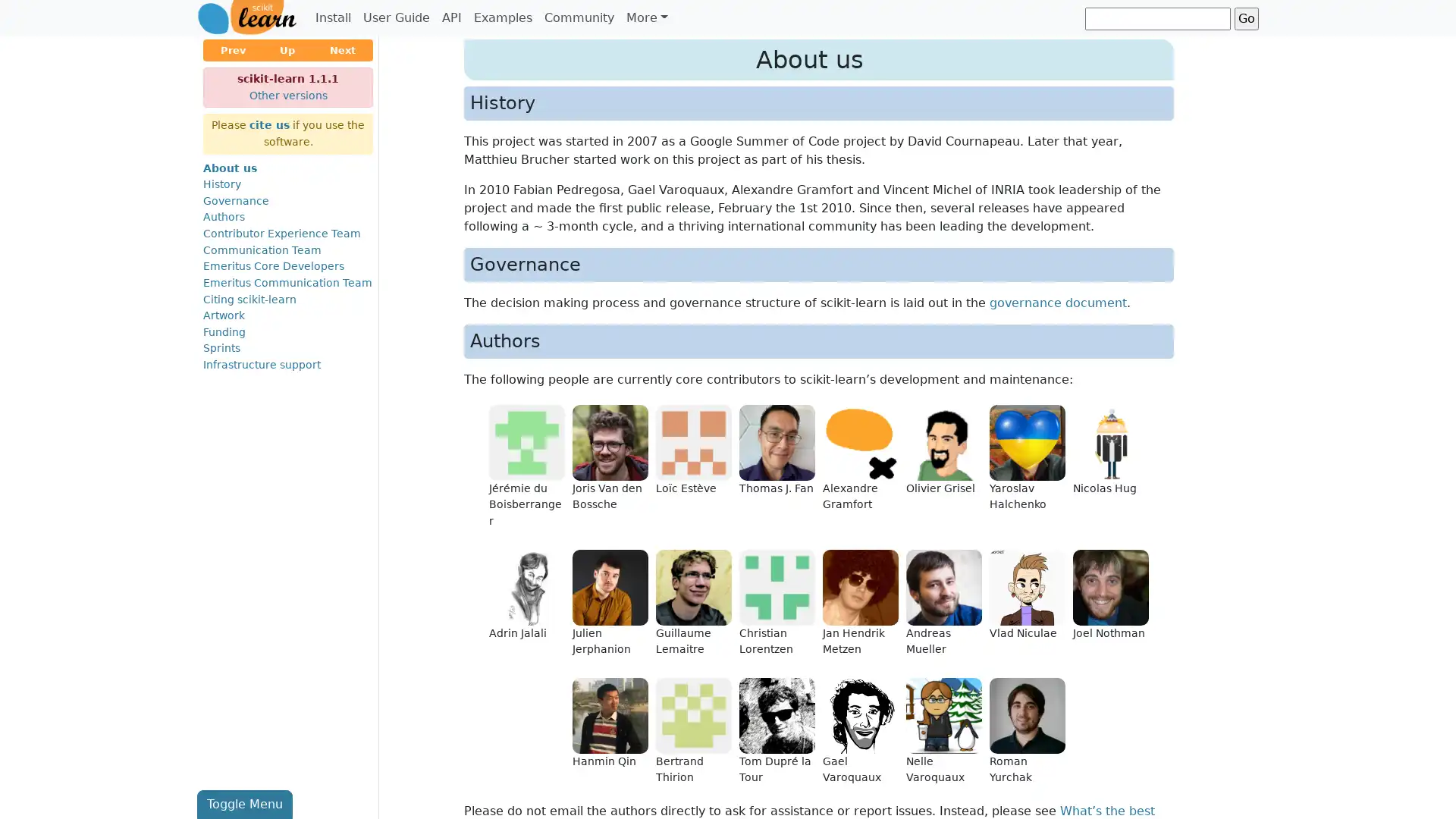 The width and height of the screenshot is (1456, 819). What do you see at coordinates (1246, 17) in the screenshot?
I see `Go` at bounding box center [1246, 17].